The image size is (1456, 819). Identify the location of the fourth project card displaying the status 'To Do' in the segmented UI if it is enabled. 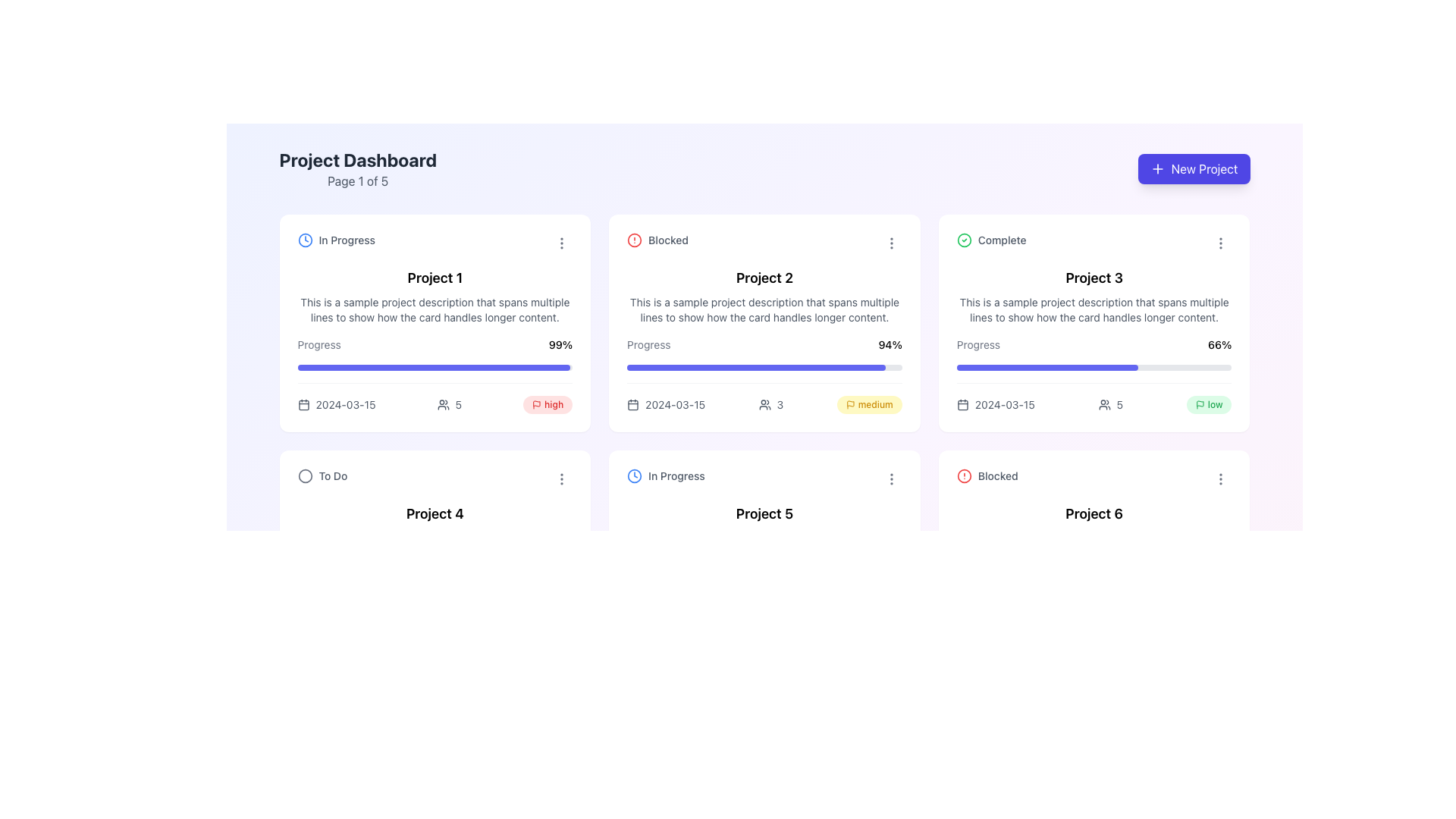
(434, 559).